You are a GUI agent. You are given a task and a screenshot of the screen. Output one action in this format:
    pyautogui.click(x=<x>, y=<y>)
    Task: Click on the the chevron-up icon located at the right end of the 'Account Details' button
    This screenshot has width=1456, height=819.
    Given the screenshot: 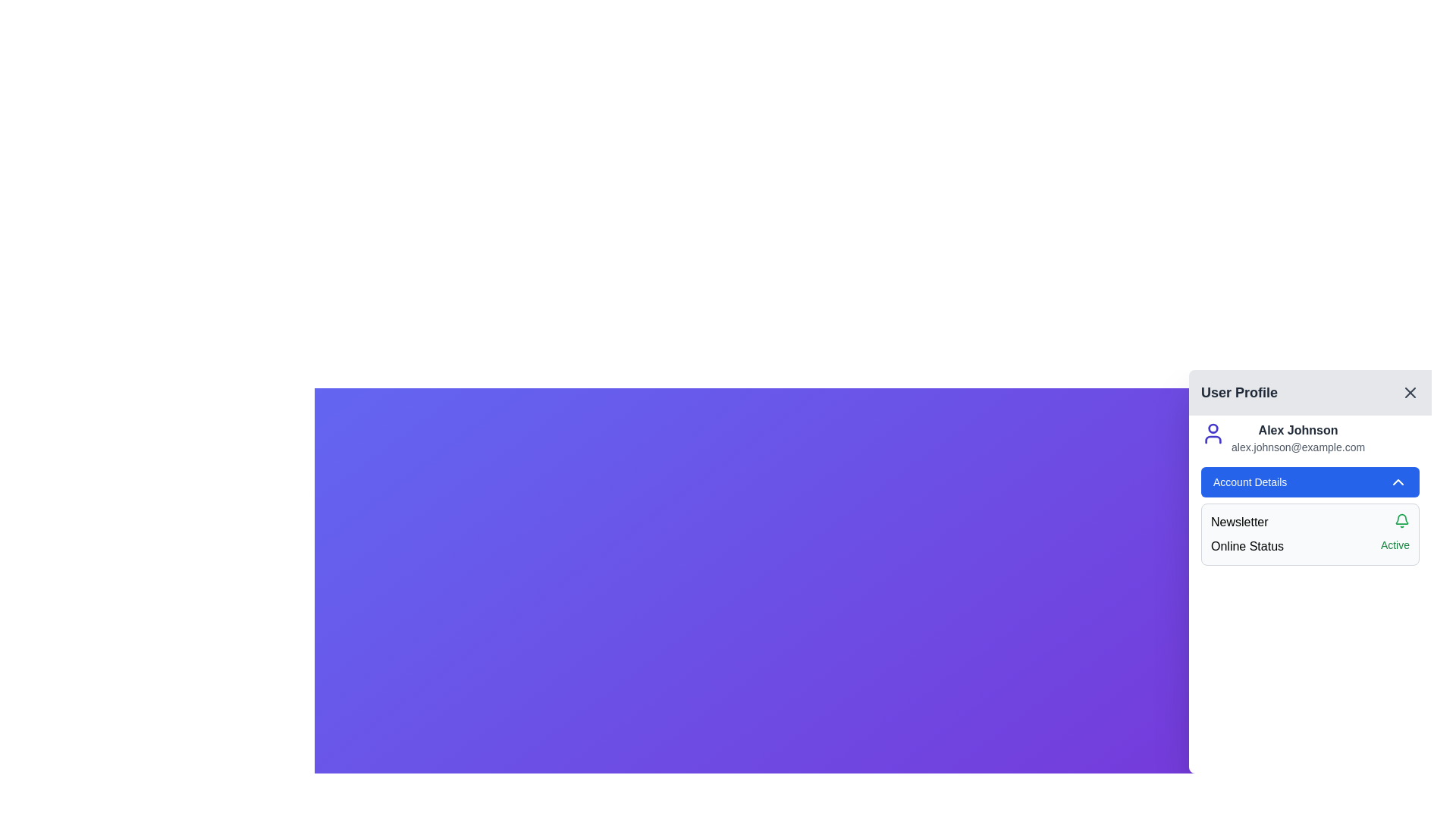 What is the action you would take?
    pyautogui.click(x=1397, y=482)
    